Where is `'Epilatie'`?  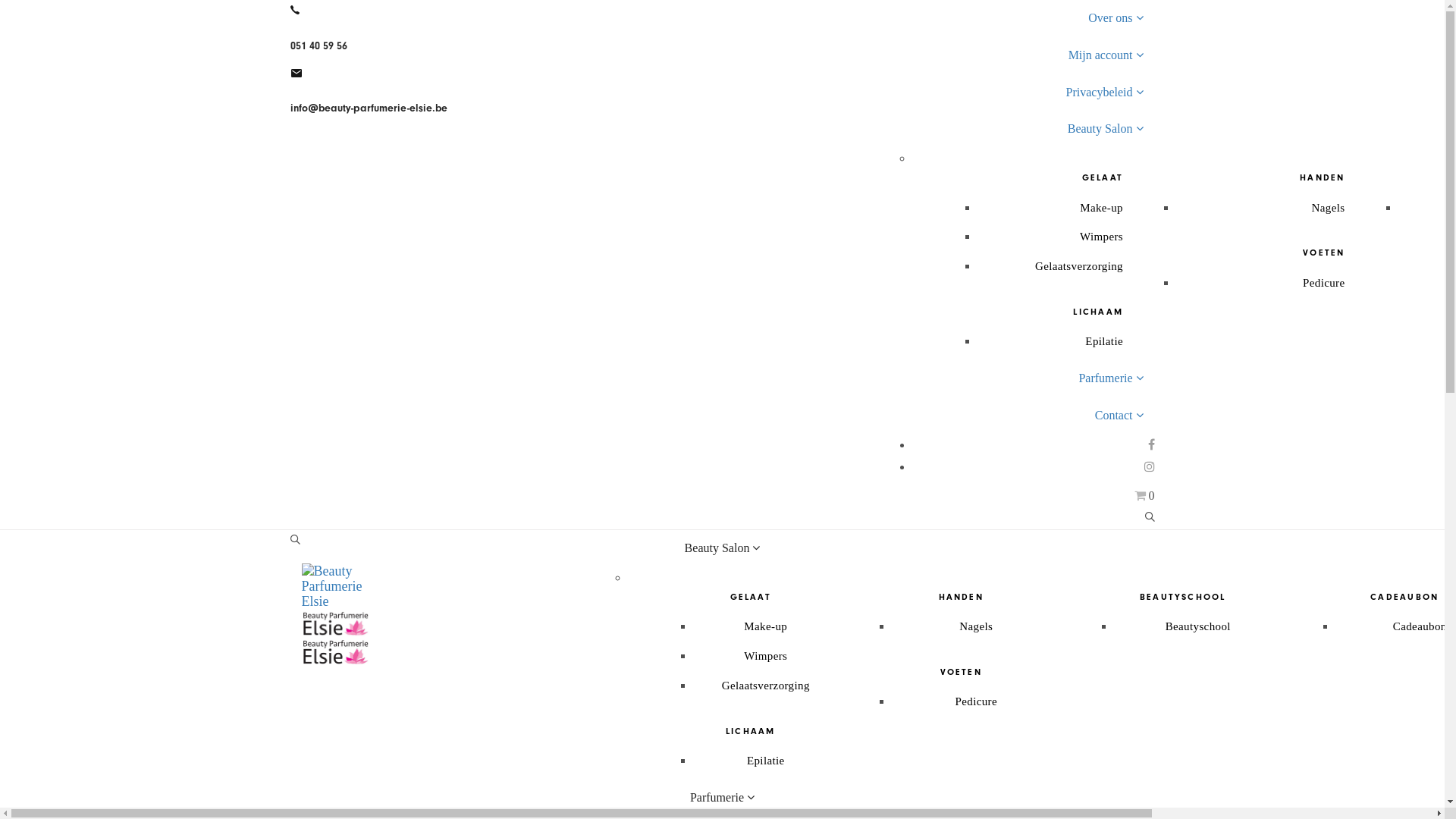
'Epilatie' is located at coordinates (765, 760).